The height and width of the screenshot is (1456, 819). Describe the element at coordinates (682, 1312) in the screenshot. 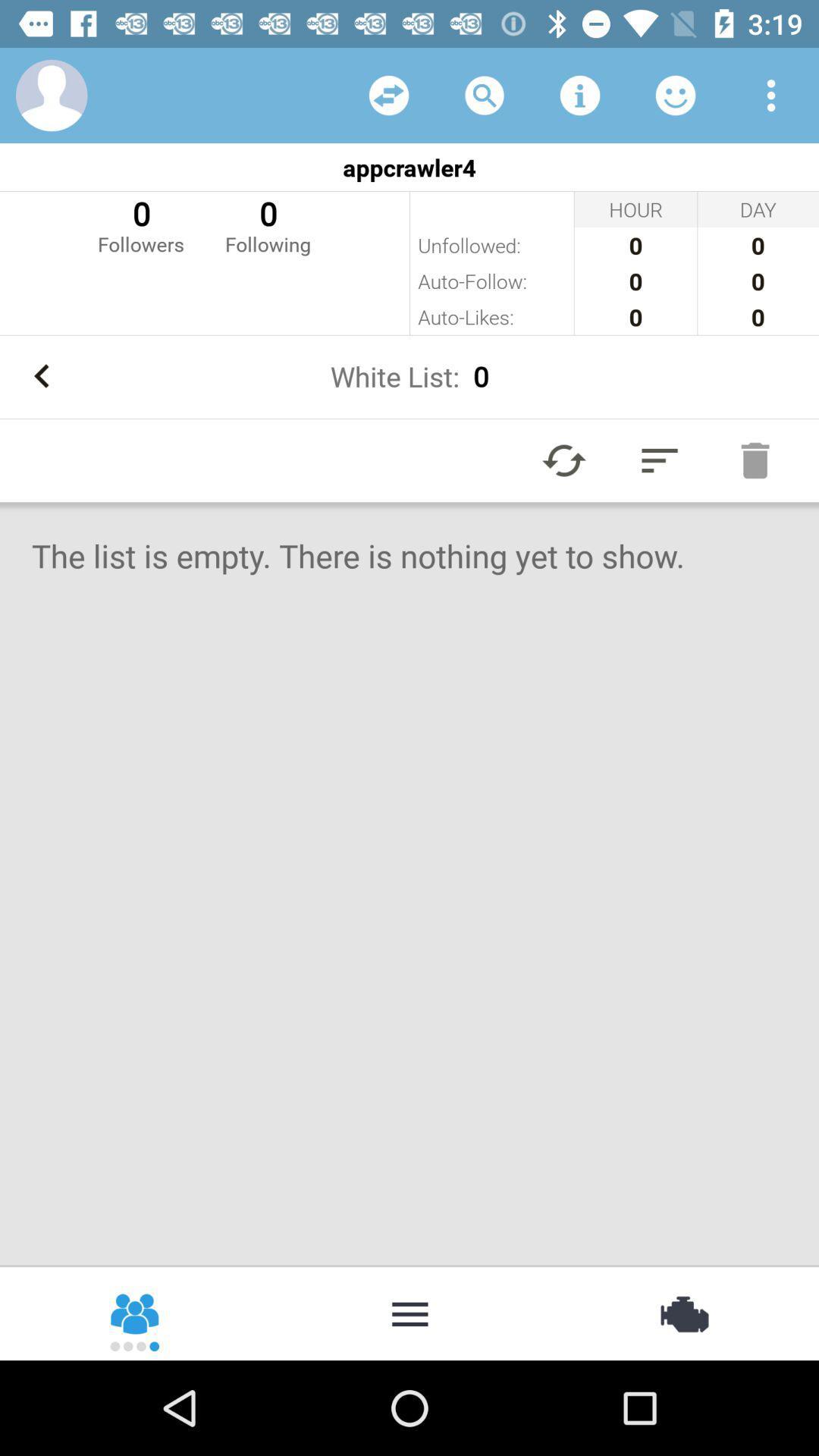

I see `the explore icon` at that location.